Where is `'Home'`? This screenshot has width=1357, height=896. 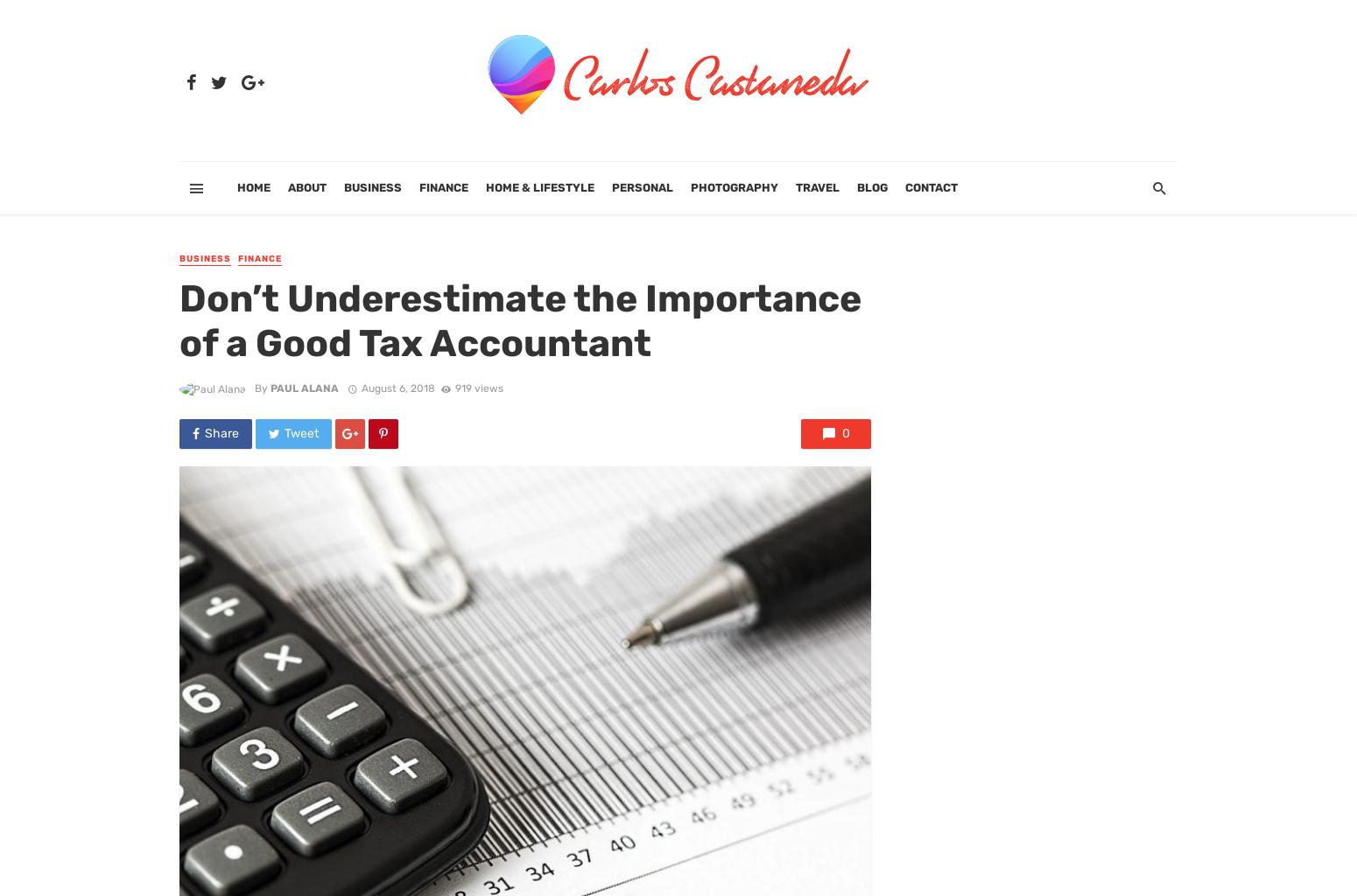 'Home' is located at coordinates (254, 186).